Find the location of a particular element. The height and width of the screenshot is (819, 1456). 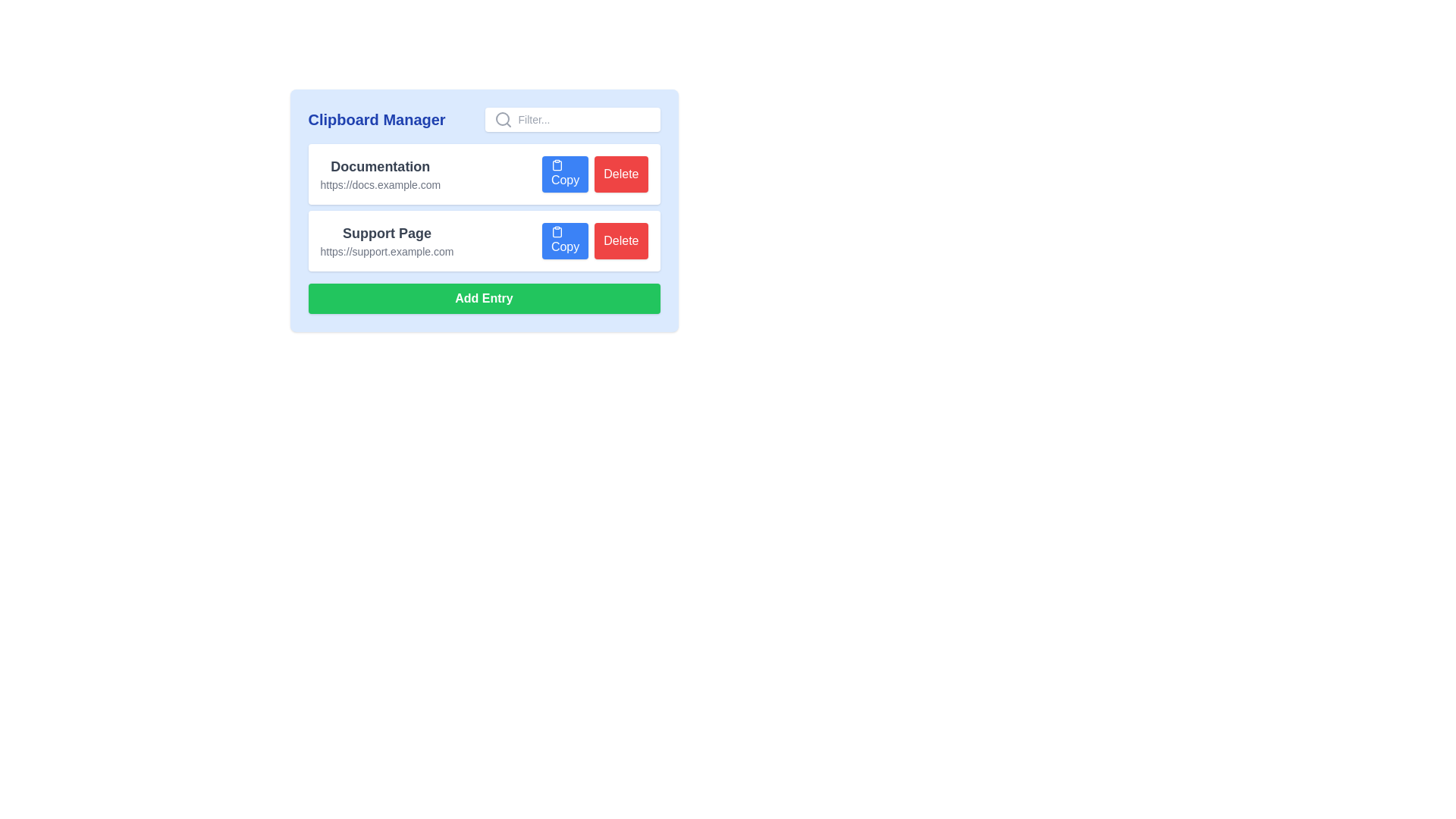

the 'Delete' button located in the upper-right corner of the button grouping, which has a red background and is positioned to the right of the 'Copy' button is located at coordinates (621, 240).